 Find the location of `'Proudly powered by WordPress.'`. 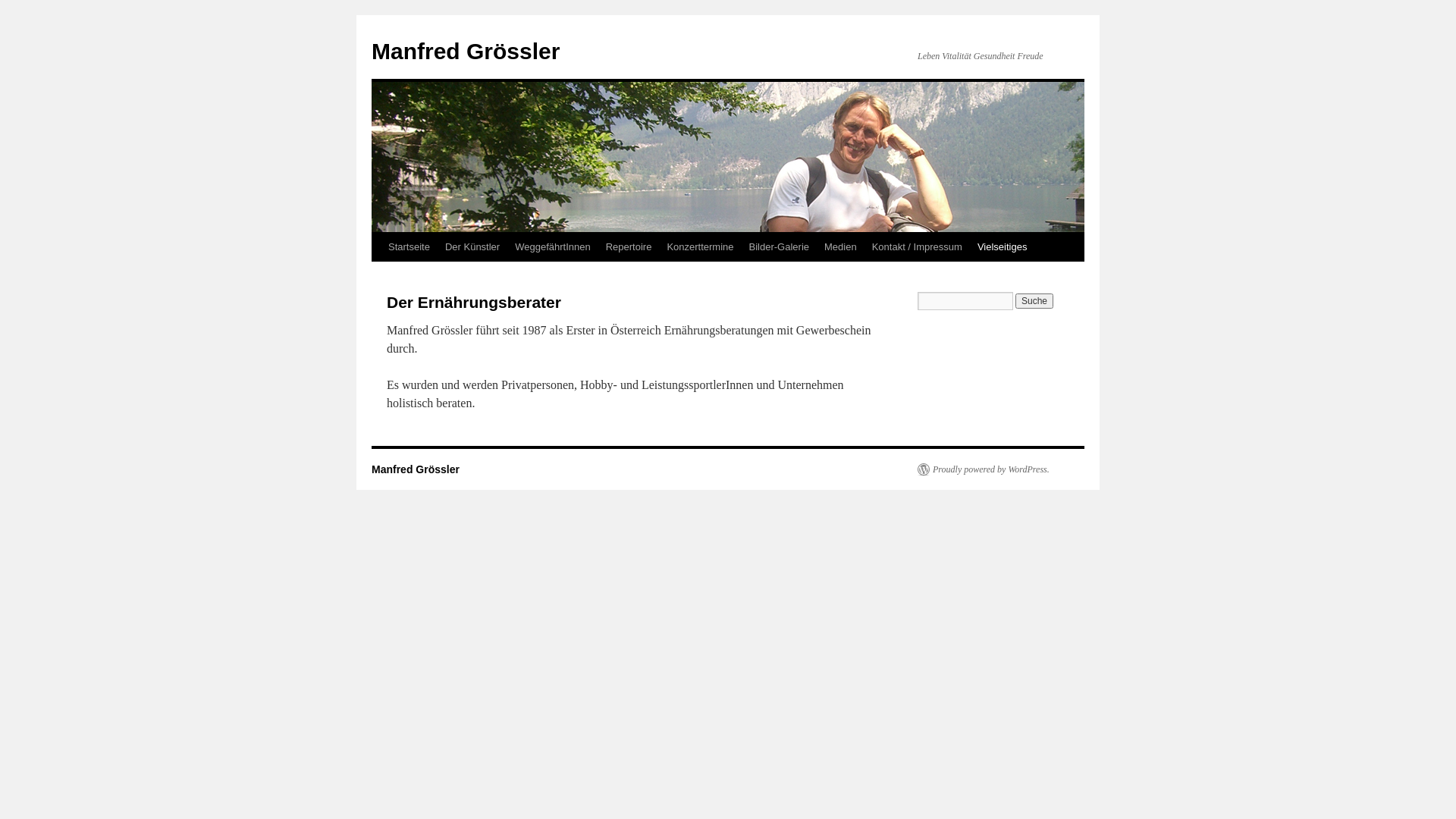

'Proudly powered by WordPress.' is located at coordinates (983, 468).